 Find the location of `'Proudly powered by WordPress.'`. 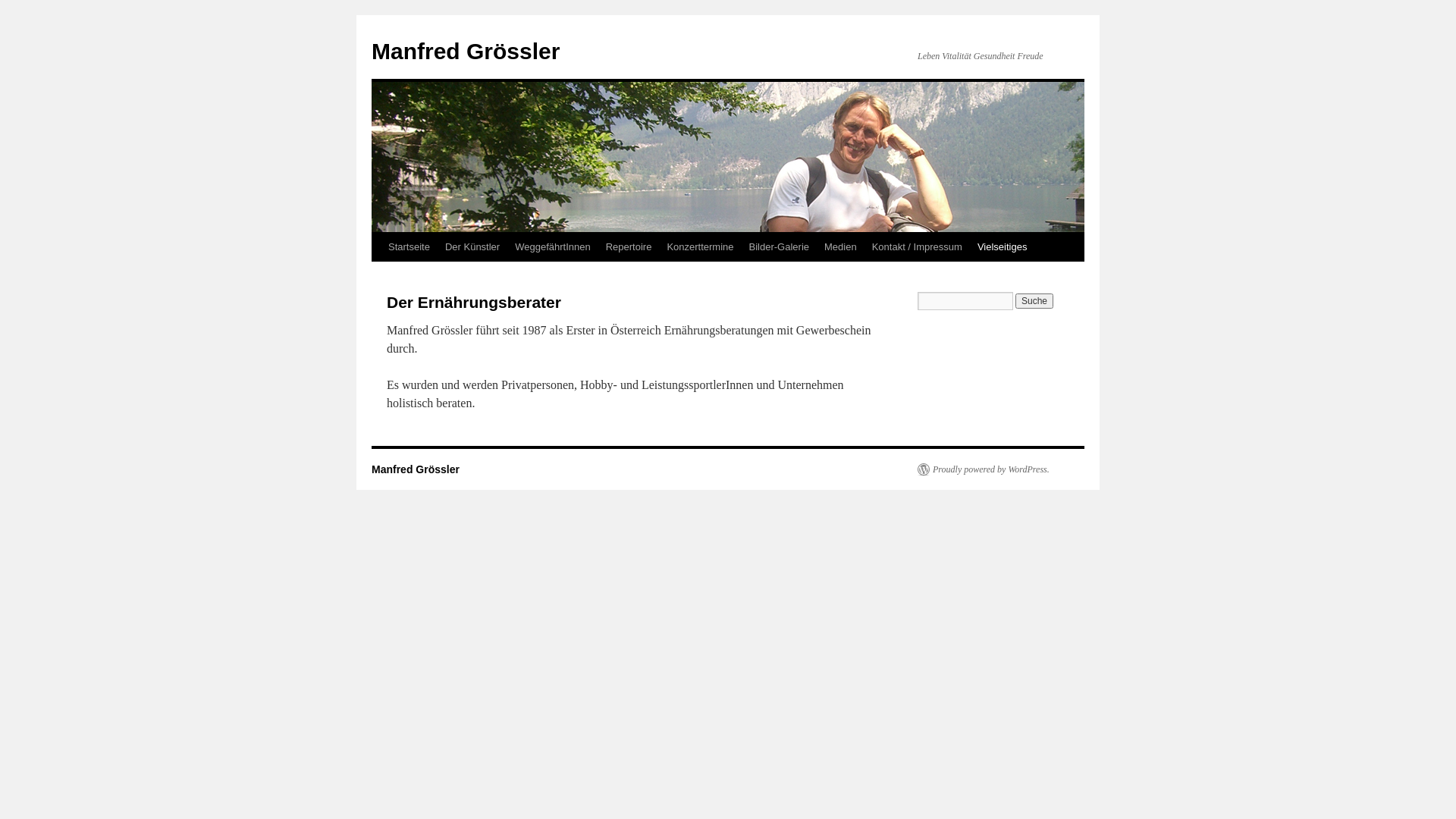

'Proudly powered by WordPress.' is located at coordinates (983, 468).